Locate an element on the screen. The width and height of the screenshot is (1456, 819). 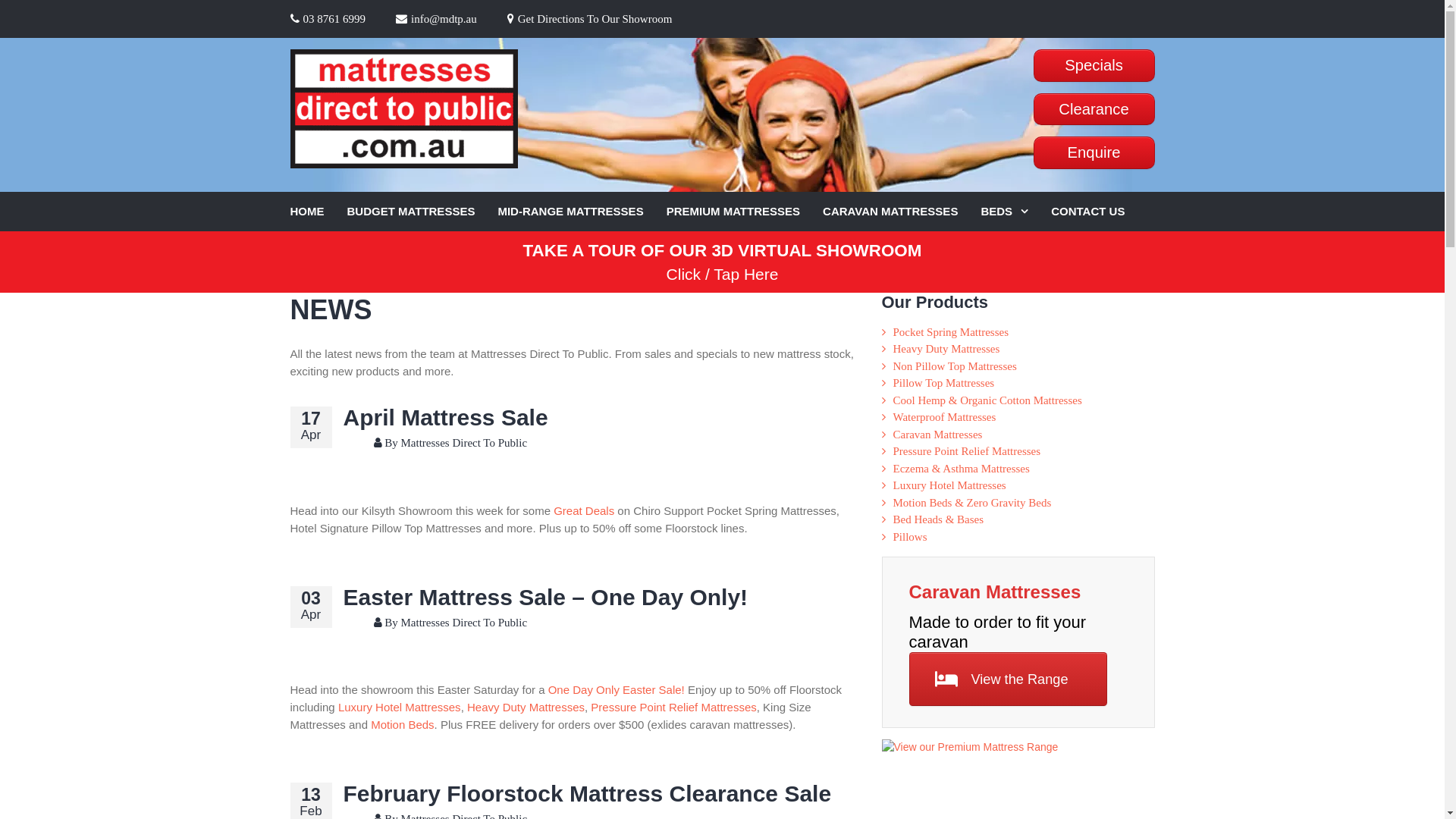
'MID-RANGE MATTRESSES' is located at coordinates (581, 212).